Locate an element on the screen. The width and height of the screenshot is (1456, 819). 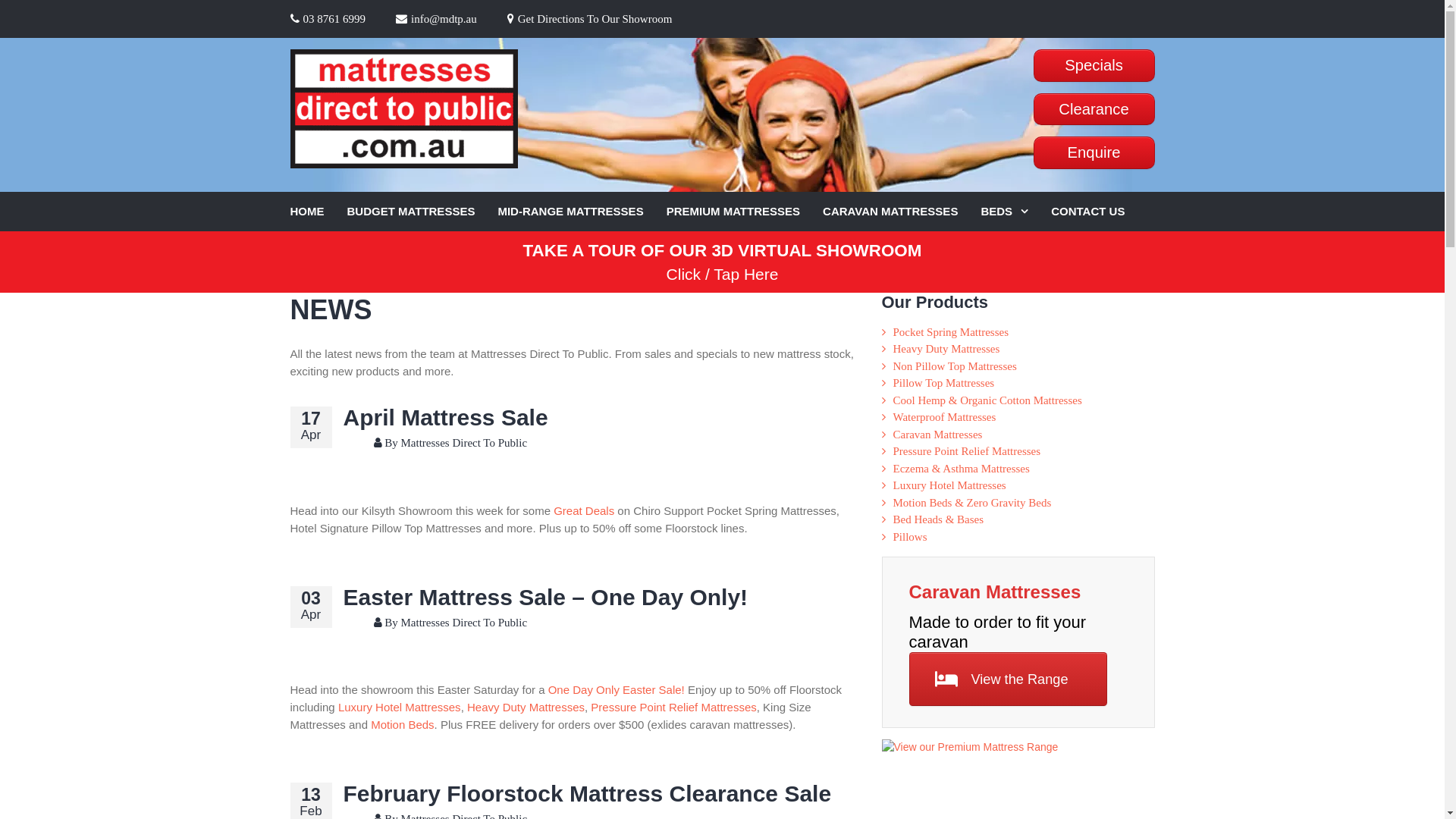
'MID-RANGE MATTRESSES' is located at coordinates (581, 212).